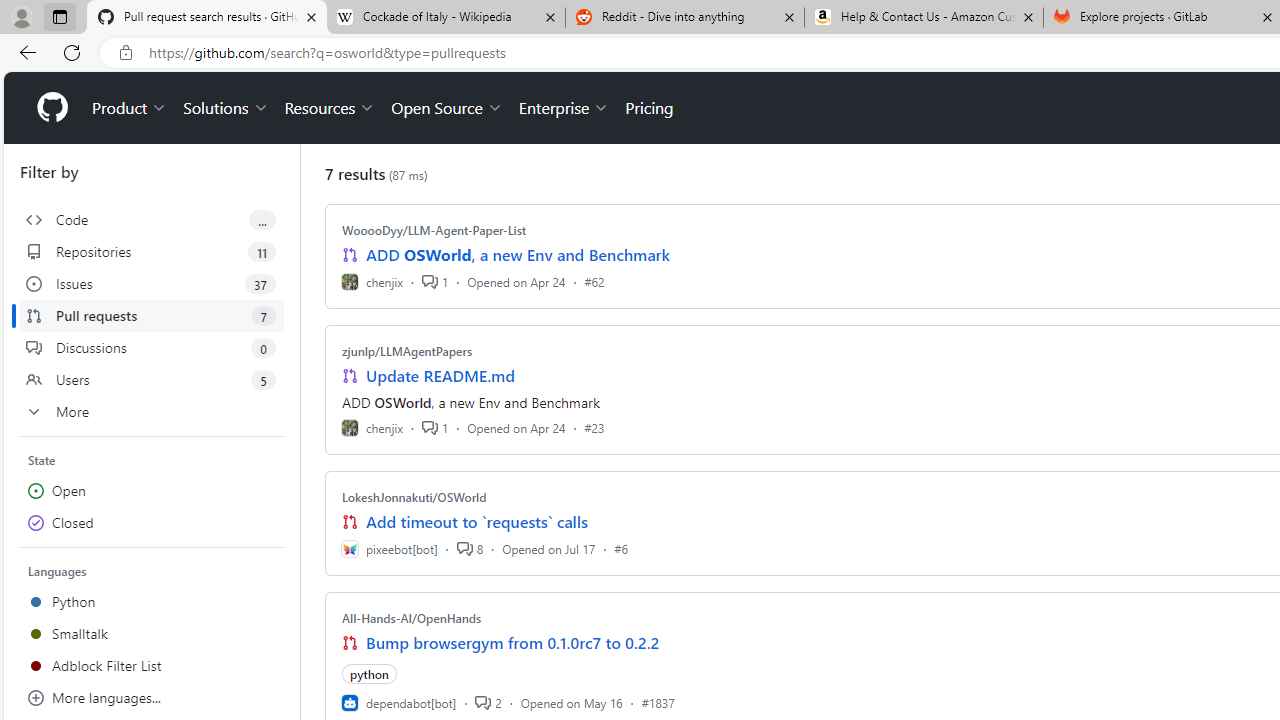 This screenshot has width=1280, height=720. What do you see at coordinates (513, 642) in the screenshot?
I see `'Bump browsergym from 0.1.0rc7 to 0.2.2'` at bounding box center [513, 642].